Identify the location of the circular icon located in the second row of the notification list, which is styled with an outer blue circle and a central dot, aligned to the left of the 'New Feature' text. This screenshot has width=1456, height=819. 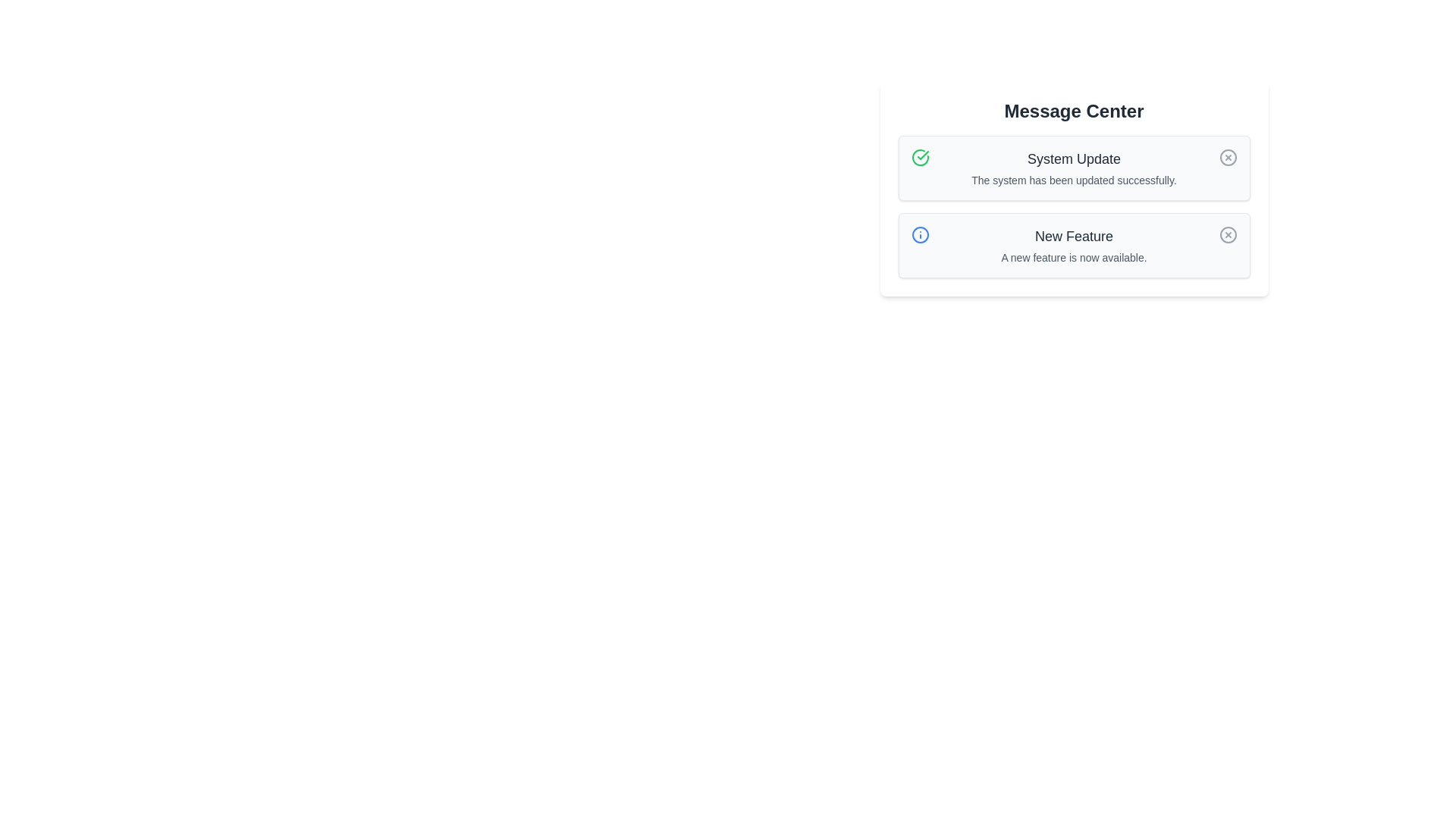
(919, 234).